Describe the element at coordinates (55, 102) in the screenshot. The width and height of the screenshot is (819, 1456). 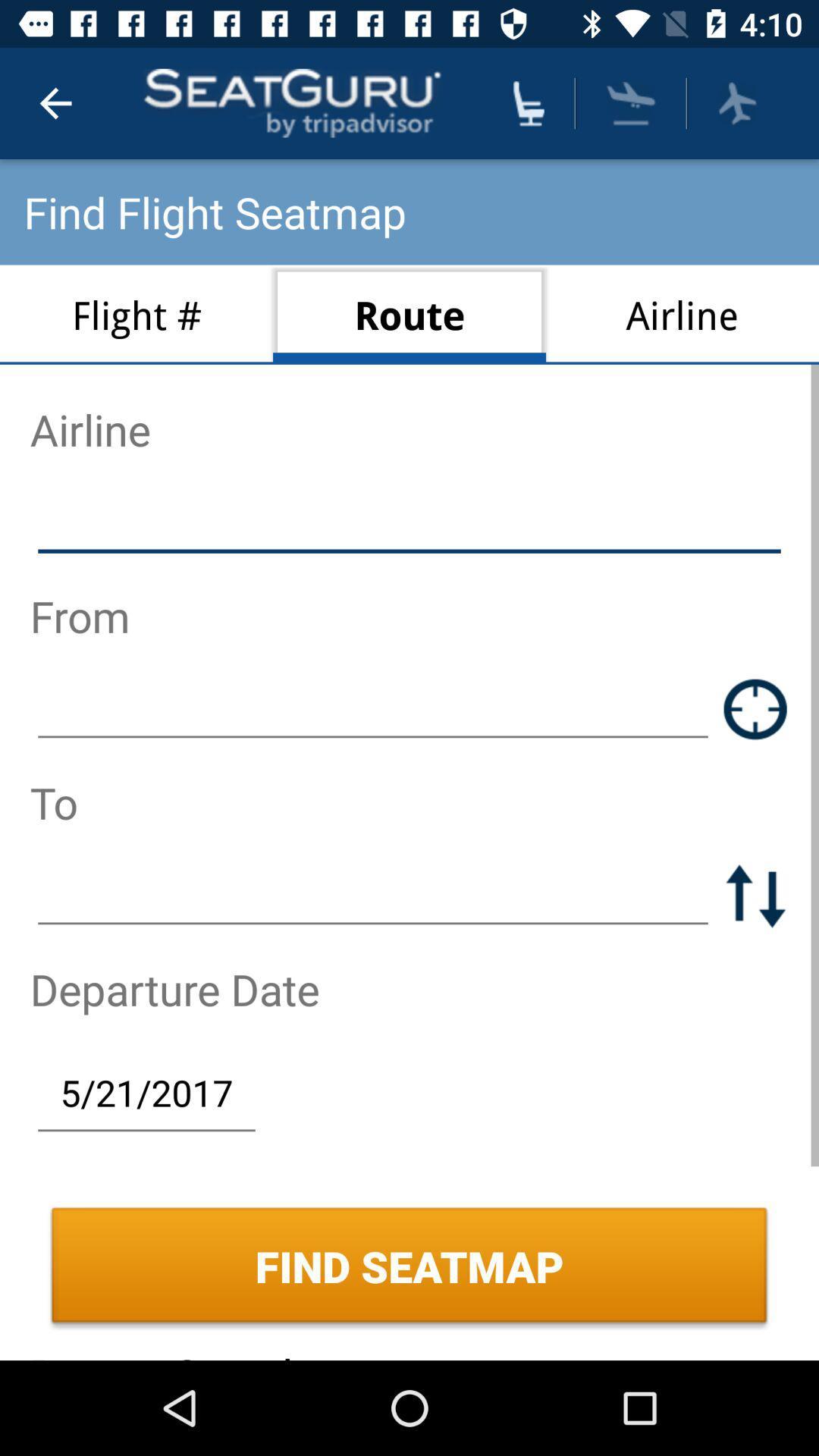
I see `the icon above the find flight seatmap item` at that location.